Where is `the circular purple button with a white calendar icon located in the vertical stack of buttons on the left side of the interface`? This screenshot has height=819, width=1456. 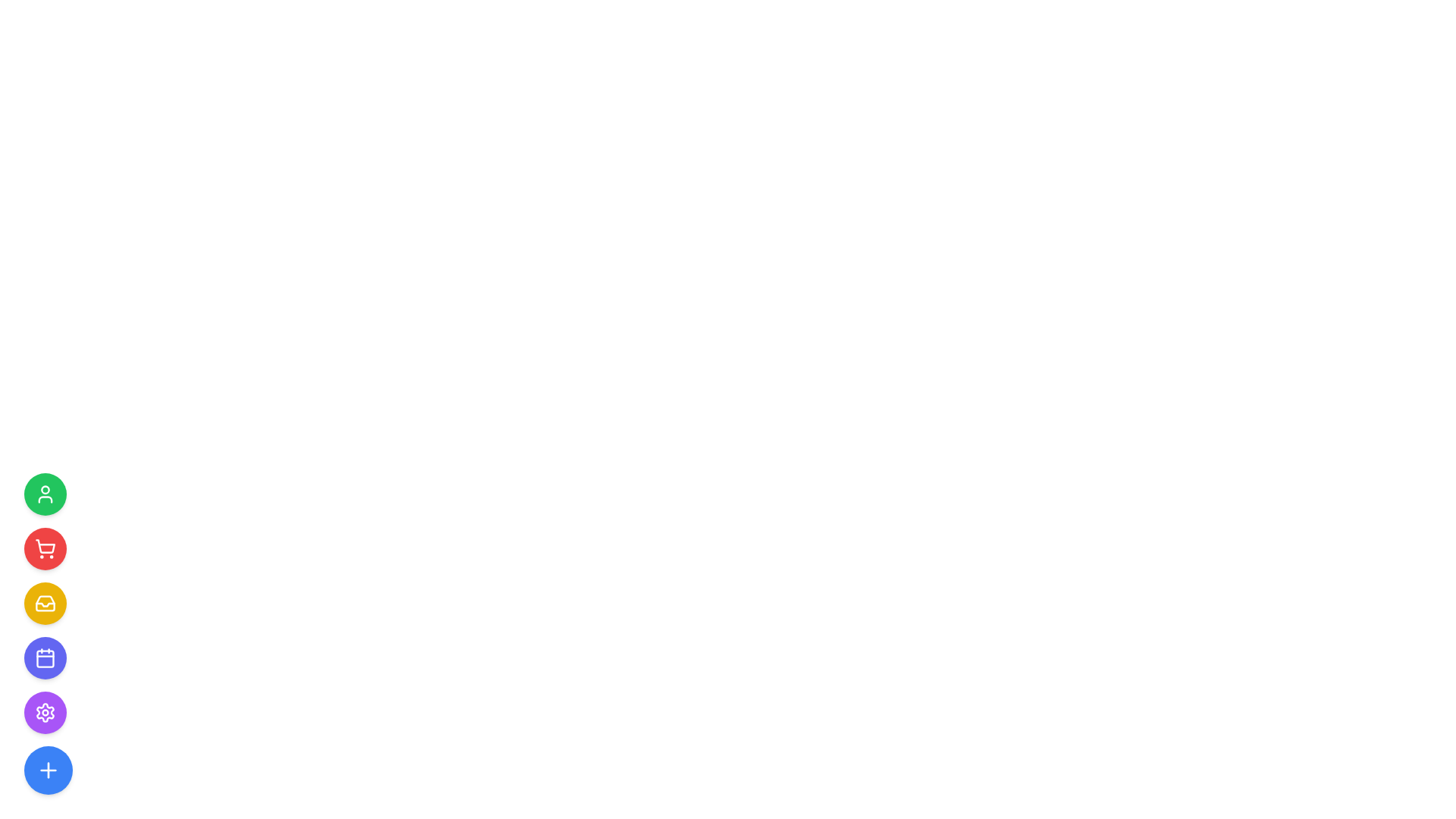
the circular purple button with a white calendar icon located in the vertical stack of buttons on the left side of the interface is located at coordinates (45, 657).